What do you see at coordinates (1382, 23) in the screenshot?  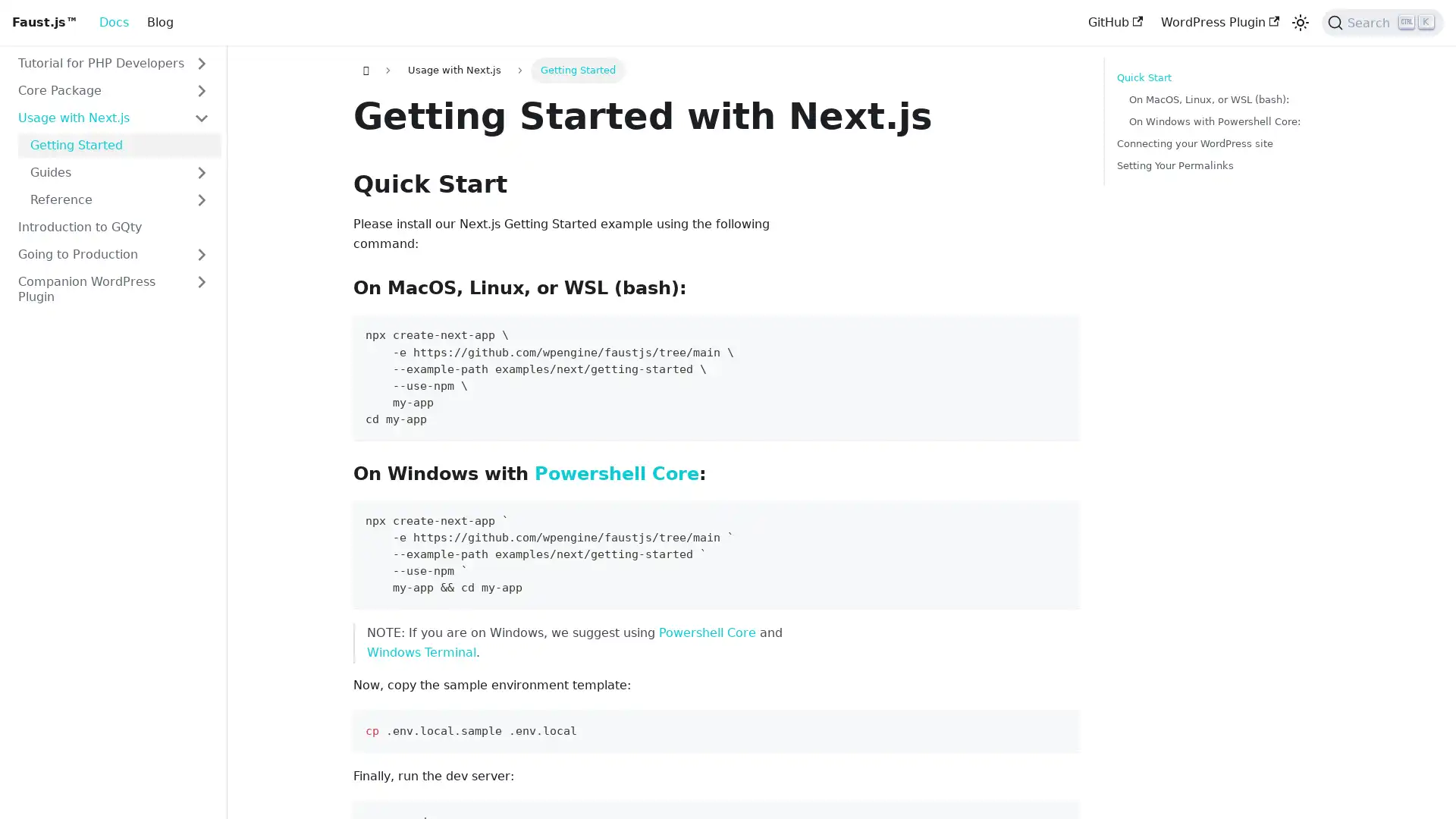 I see `Search` at bounding box center [1382, 23].